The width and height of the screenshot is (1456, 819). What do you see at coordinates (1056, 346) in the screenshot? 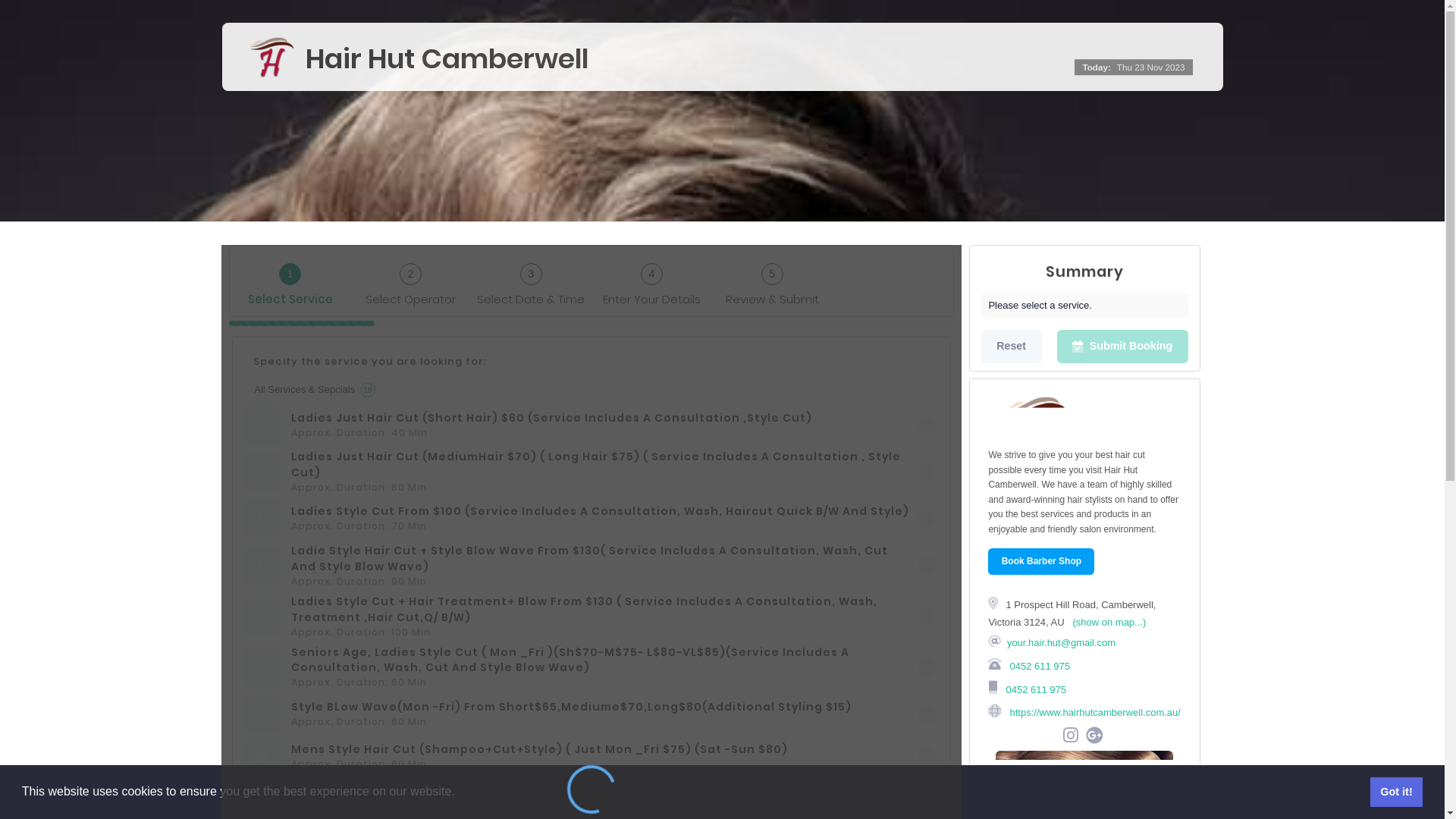
I see `'Submit Booking'` at bounding box center [1056, 346].